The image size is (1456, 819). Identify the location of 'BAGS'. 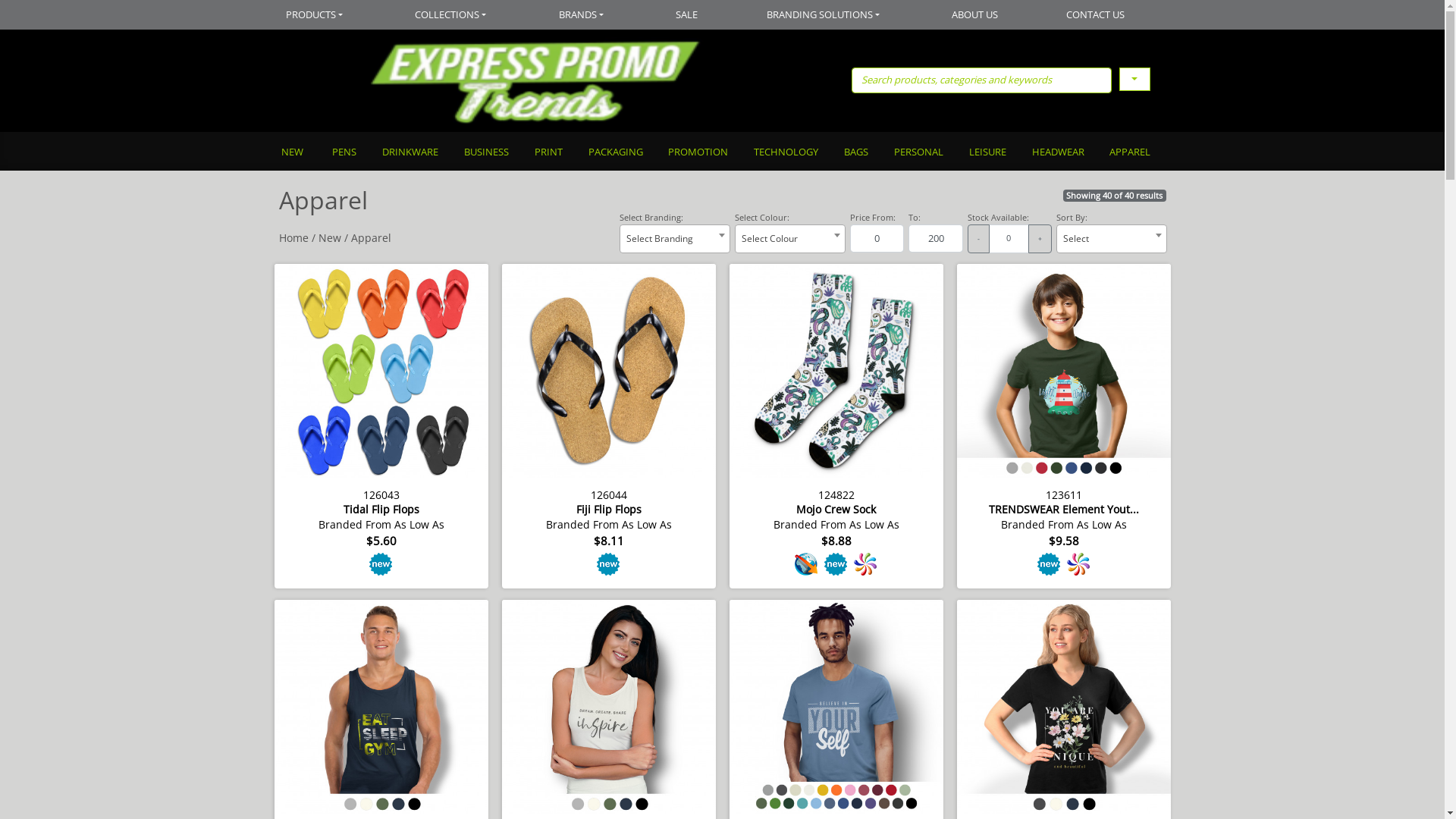
(855, 152).